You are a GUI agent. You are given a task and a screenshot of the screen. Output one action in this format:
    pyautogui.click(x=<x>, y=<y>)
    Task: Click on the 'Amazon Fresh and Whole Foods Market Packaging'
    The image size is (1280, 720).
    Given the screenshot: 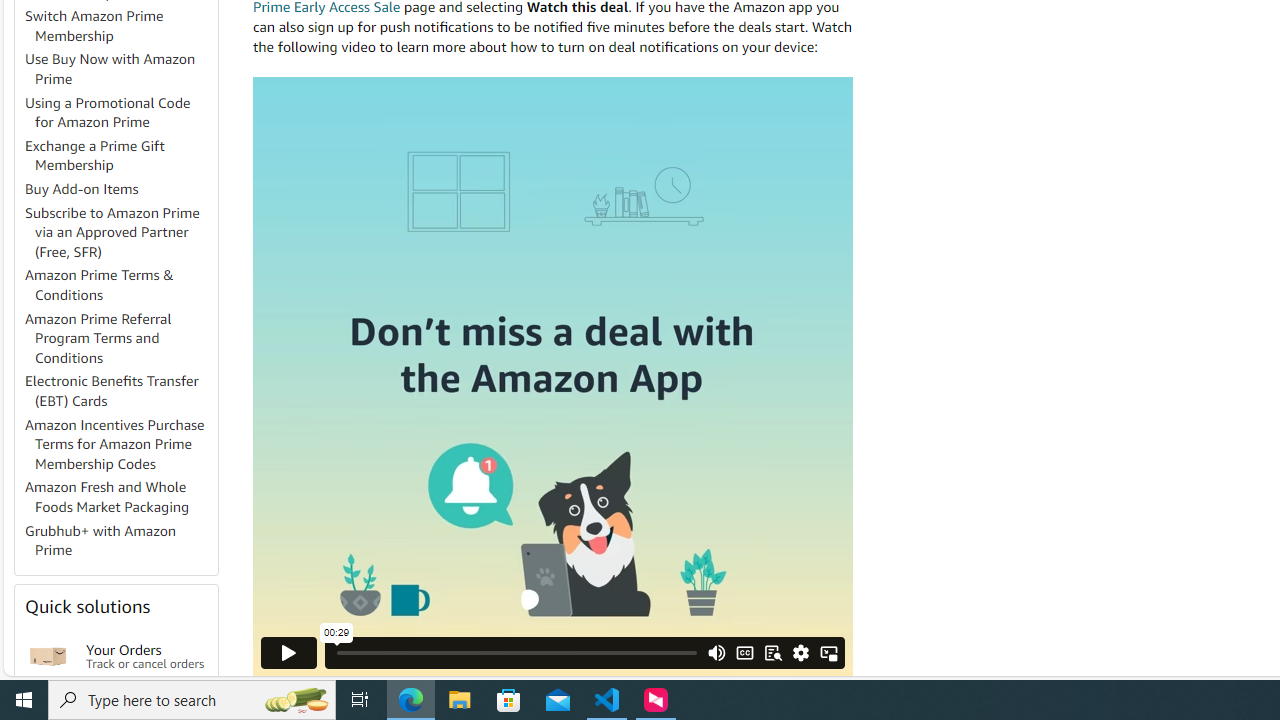 What is the action you would take?
    pyautogui.click(x=119, y=496)
    